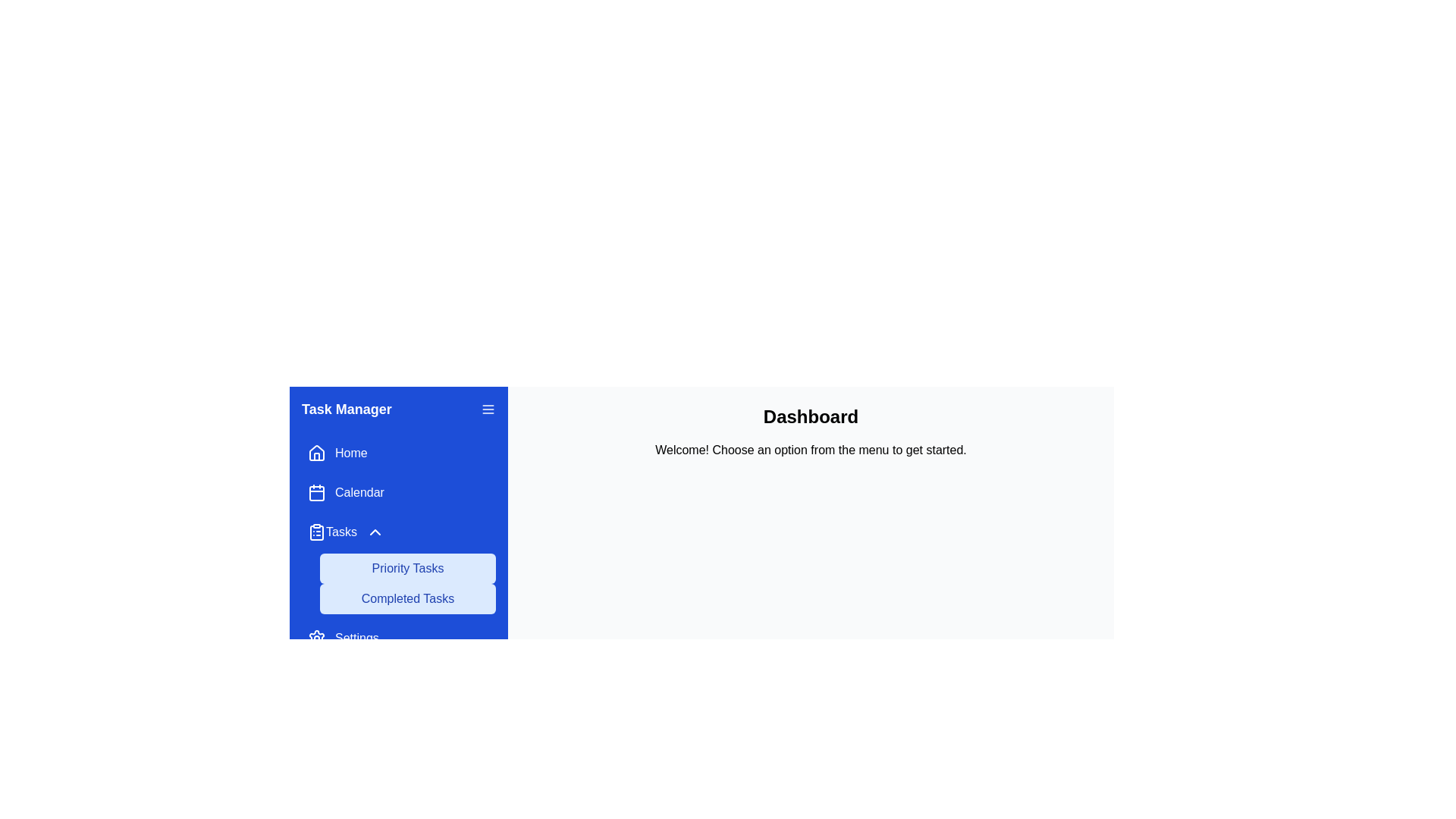  Describe the element at coordinates (488, 409) in the screenshot. I see `the button located` at that location.